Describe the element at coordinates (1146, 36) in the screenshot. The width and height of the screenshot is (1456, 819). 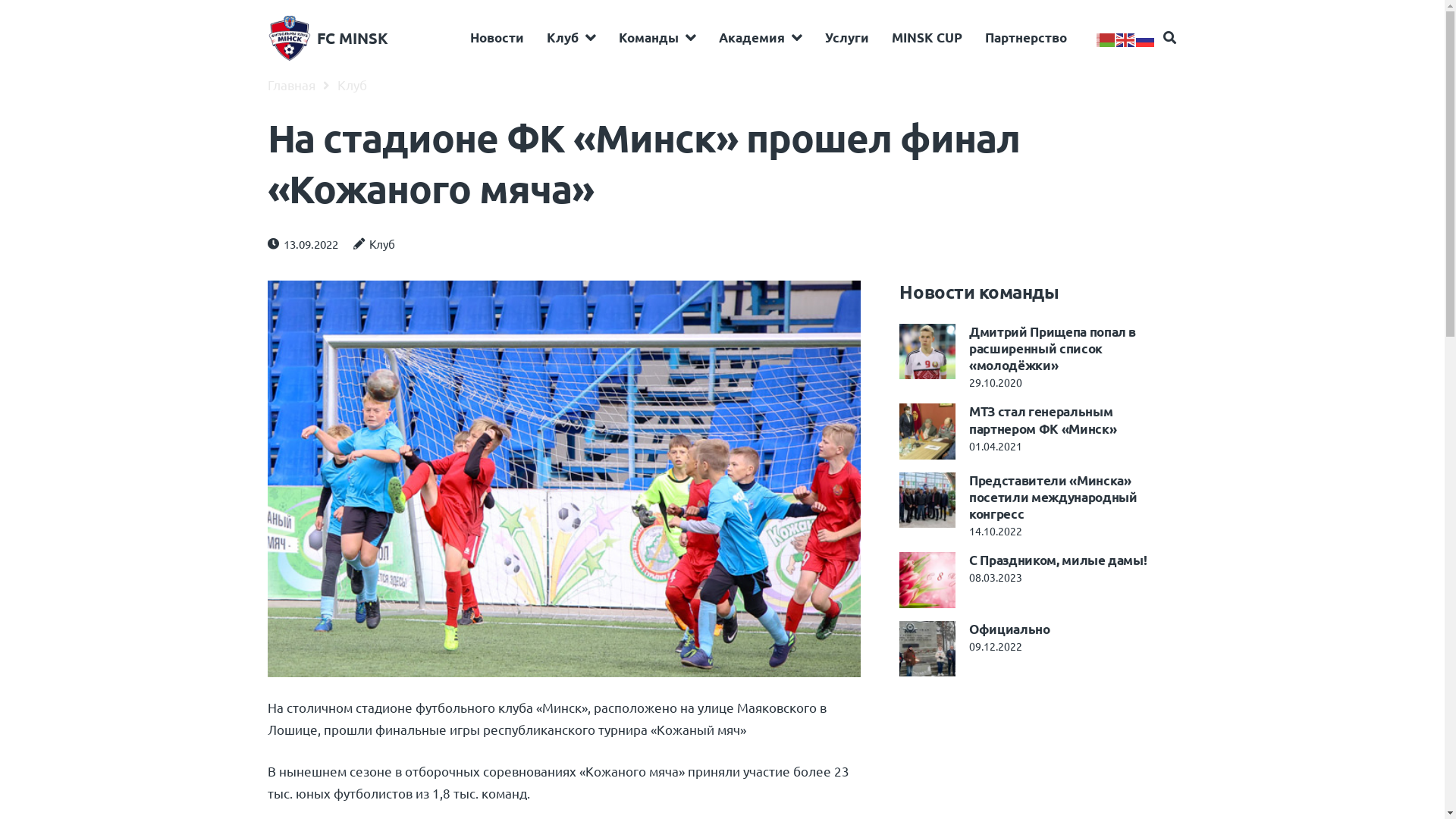
I see `'Russian'` at that location.